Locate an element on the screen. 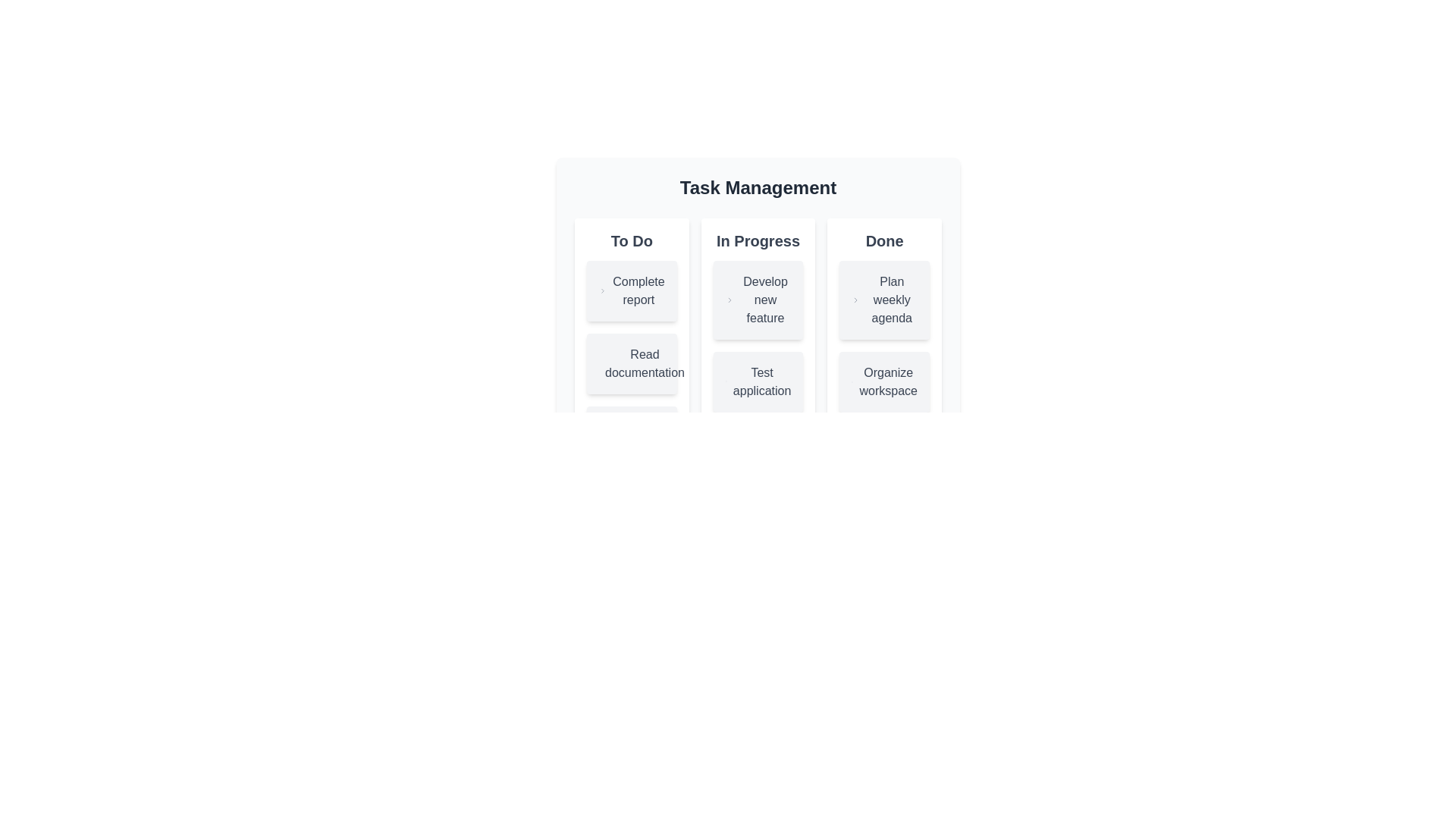 The height and width of the screenshot is (819, 1456). the 'Read documentation' button, which is the second button in the 'To Do' list of the 'Task Management' interface is located at coordinates (632, 363).